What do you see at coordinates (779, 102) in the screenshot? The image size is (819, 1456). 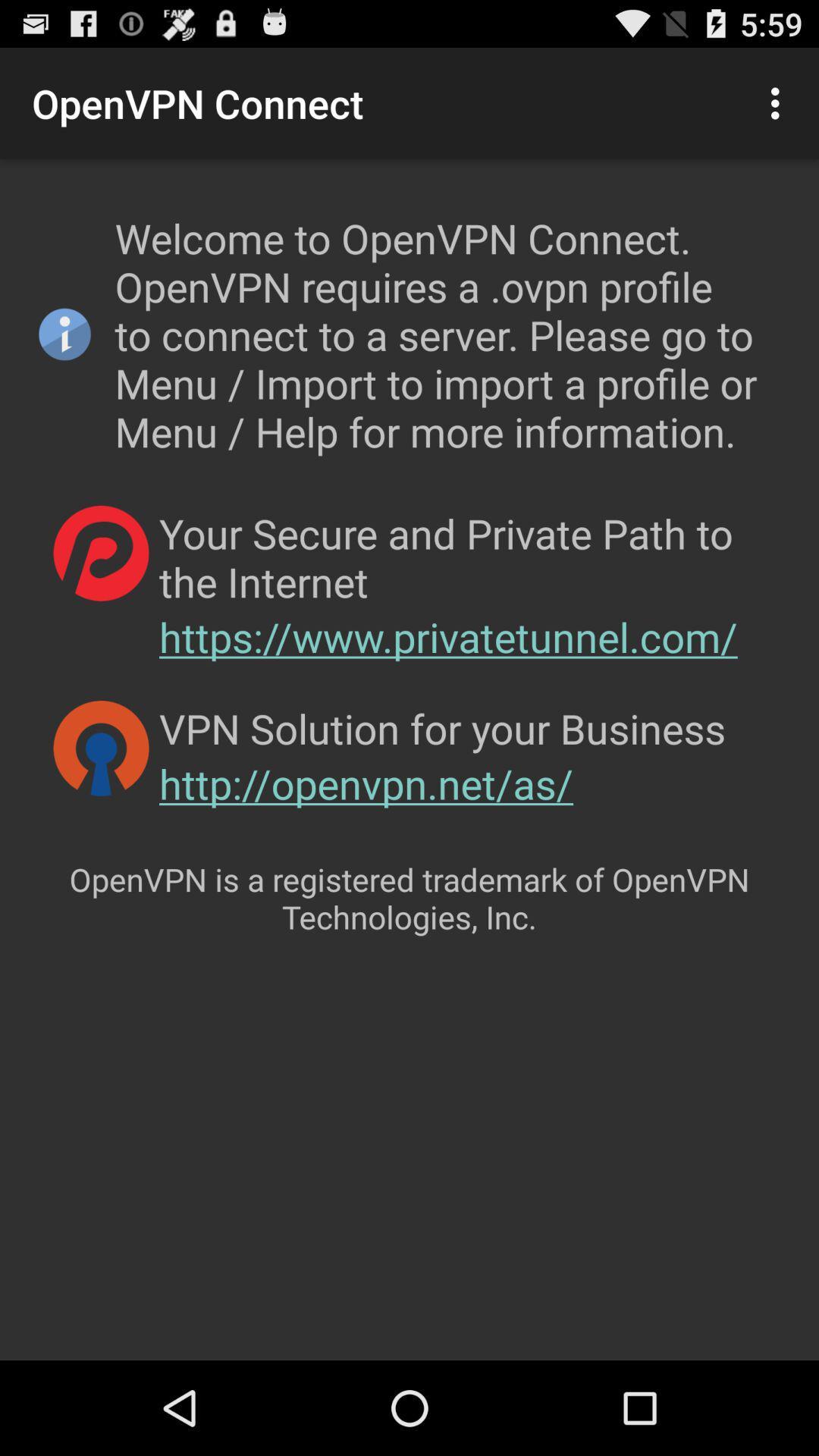 I see `item to the right of the openvpn connect` at bounding box center [779, 102].